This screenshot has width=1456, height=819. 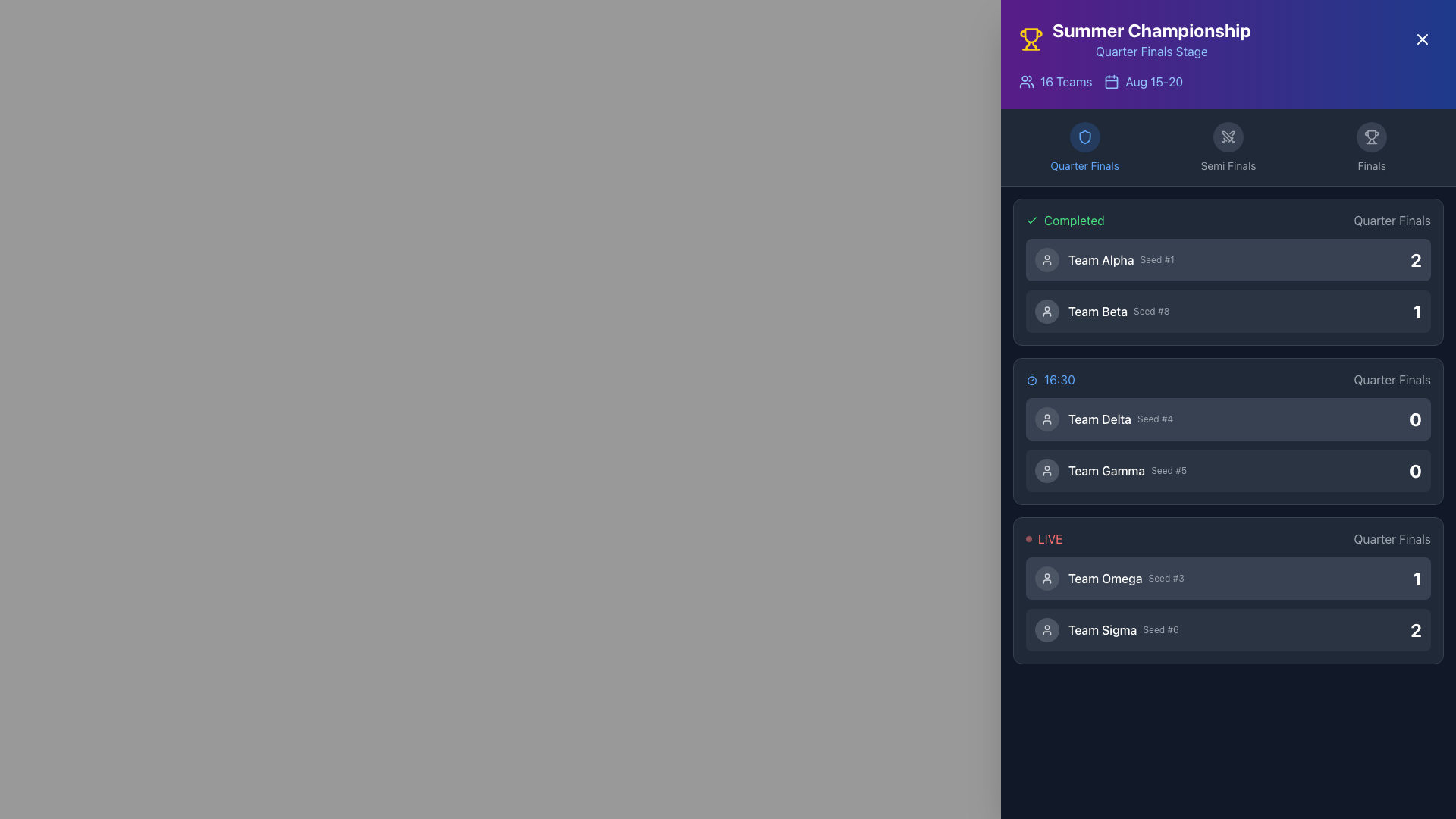 I want to click on score value displayed for 'Team Sigma' on the leaderboard interface, located at the far right of the section for 'Team SigmaSeed #62', so click(x=1415, y=629).